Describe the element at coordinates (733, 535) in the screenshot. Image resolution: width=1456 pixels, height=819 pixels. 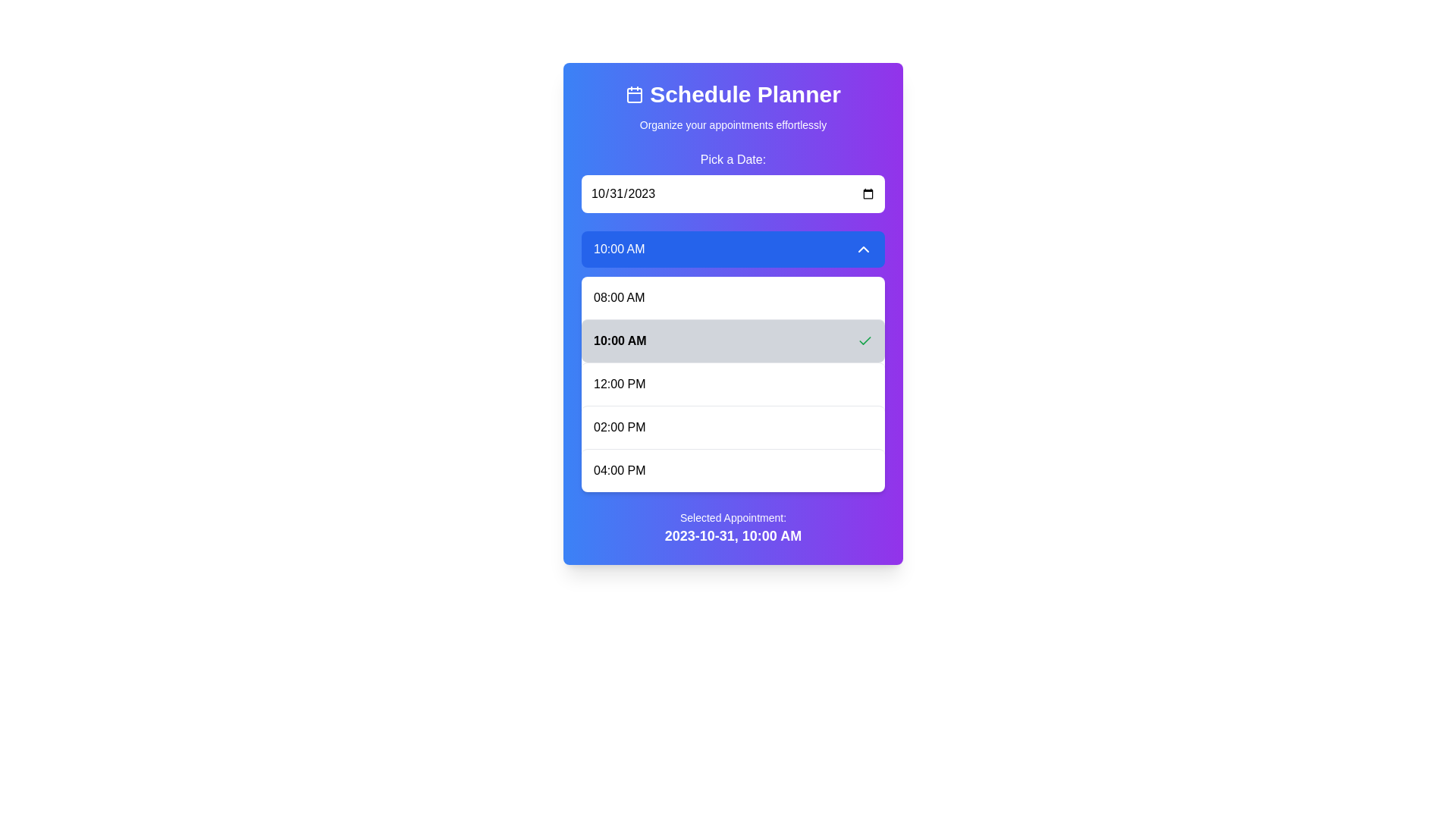
I see `the Text label displaying the selected appointment date and time located within the 'Selected Appointment:' section at the bottom of the interface` at that location.